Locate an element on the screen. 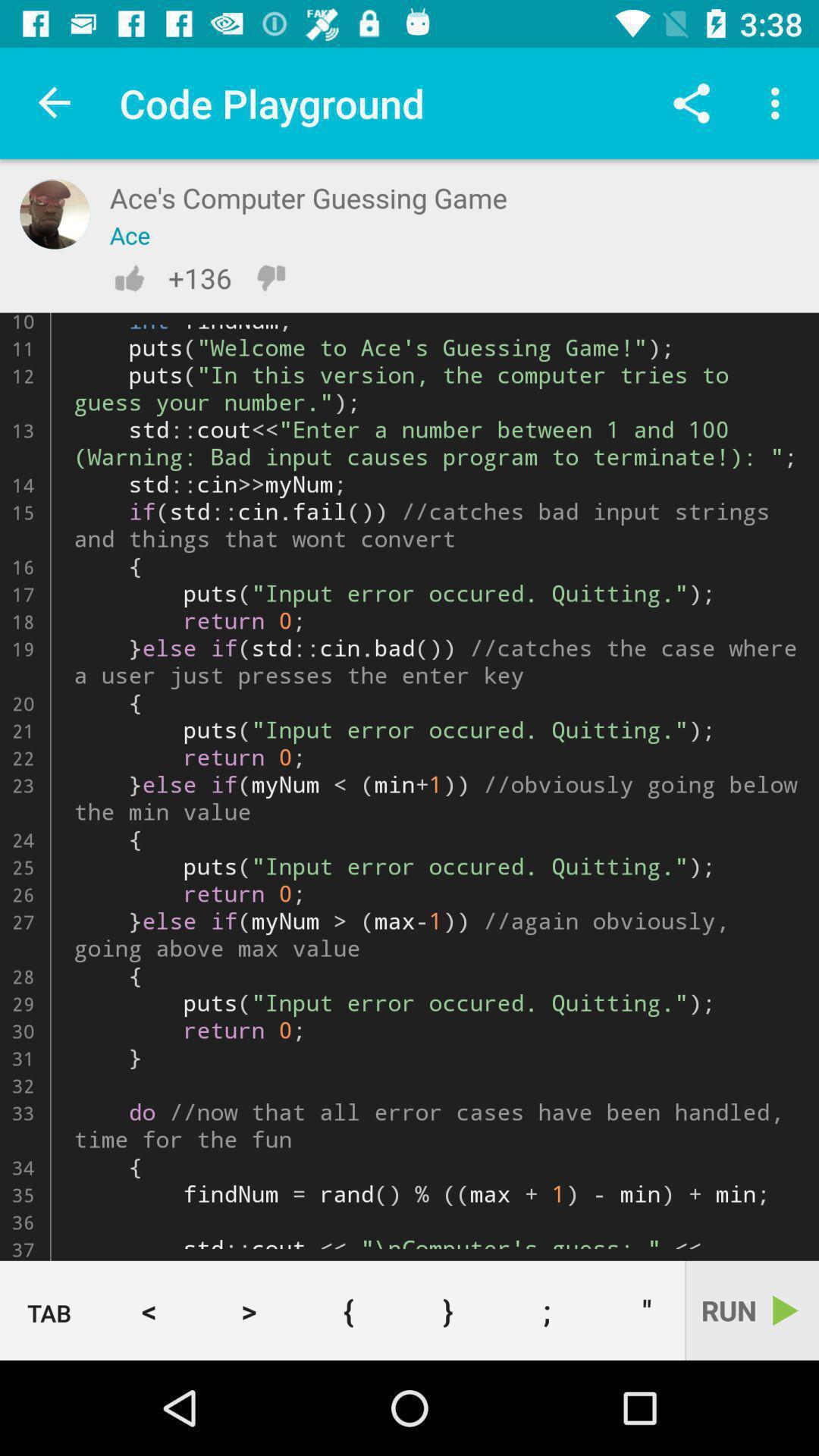 The image size is (819, 1456). downvote the code is located at coordinates (270, 278).